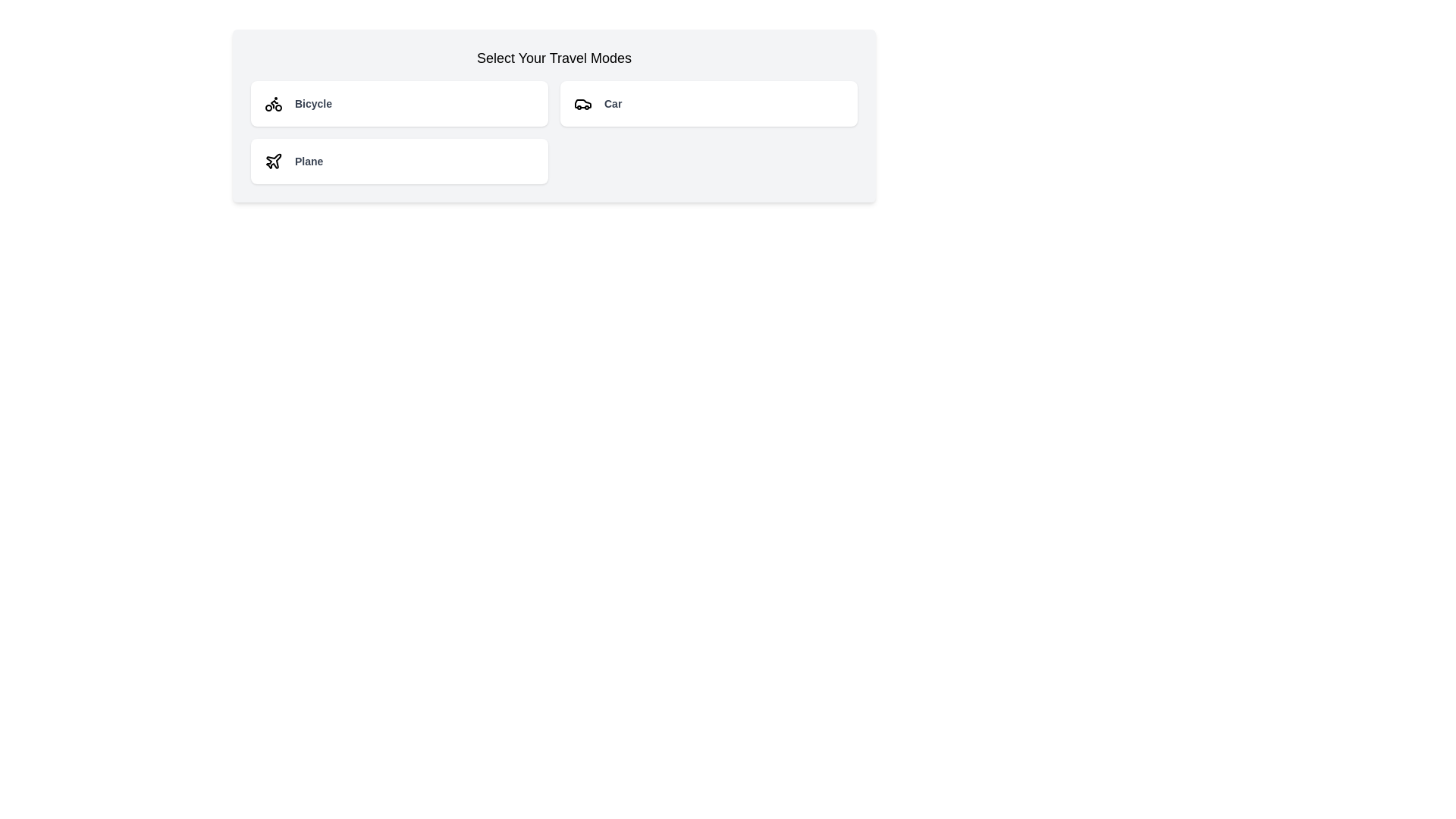  I want to click on the car SVG icon located within the upper-right card, positioned to the left of the 'Car' label, so click(582, 103).